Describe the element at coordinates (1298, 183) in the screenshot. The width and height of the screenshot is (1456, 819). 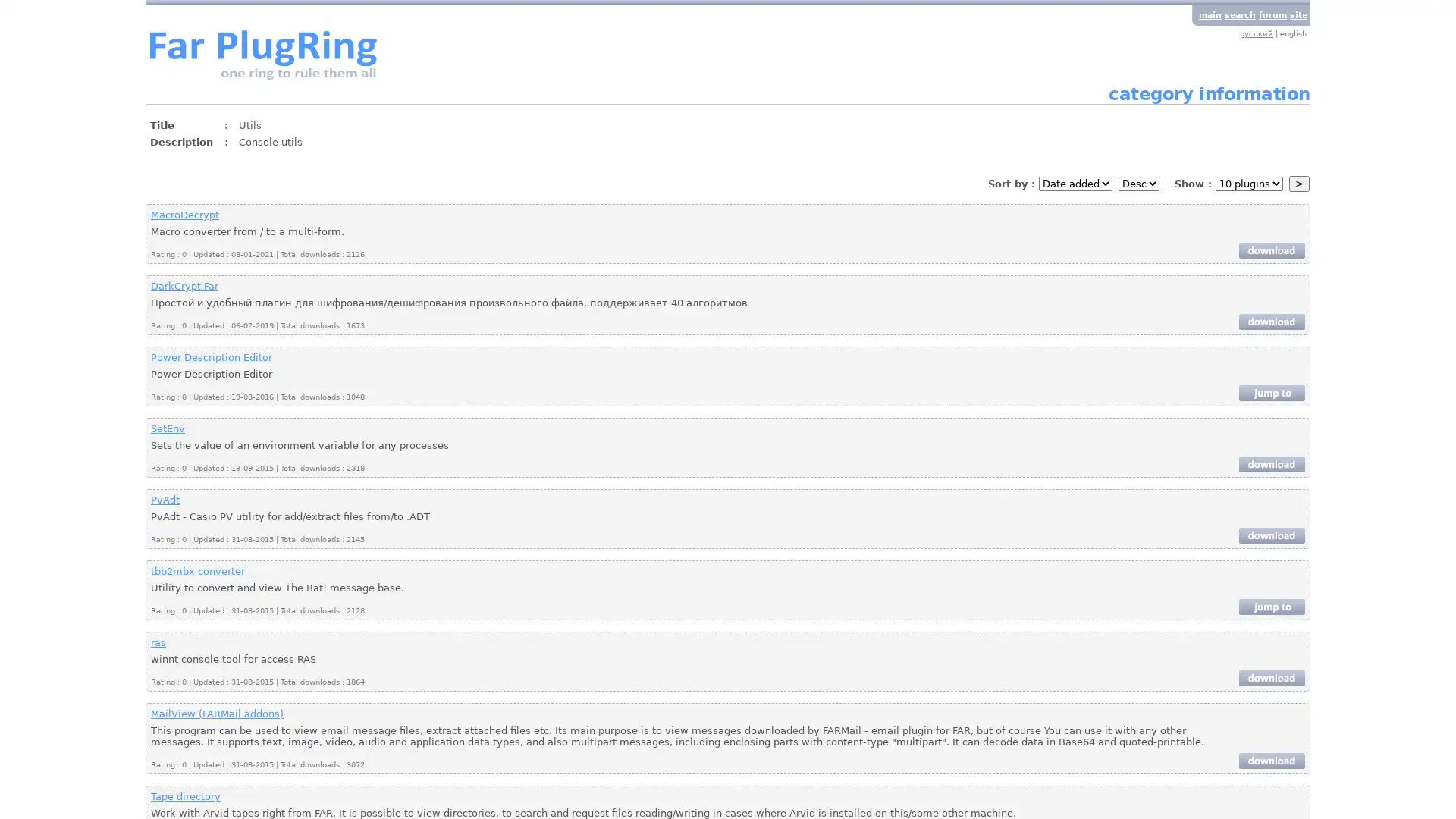
I see `>` at that location.